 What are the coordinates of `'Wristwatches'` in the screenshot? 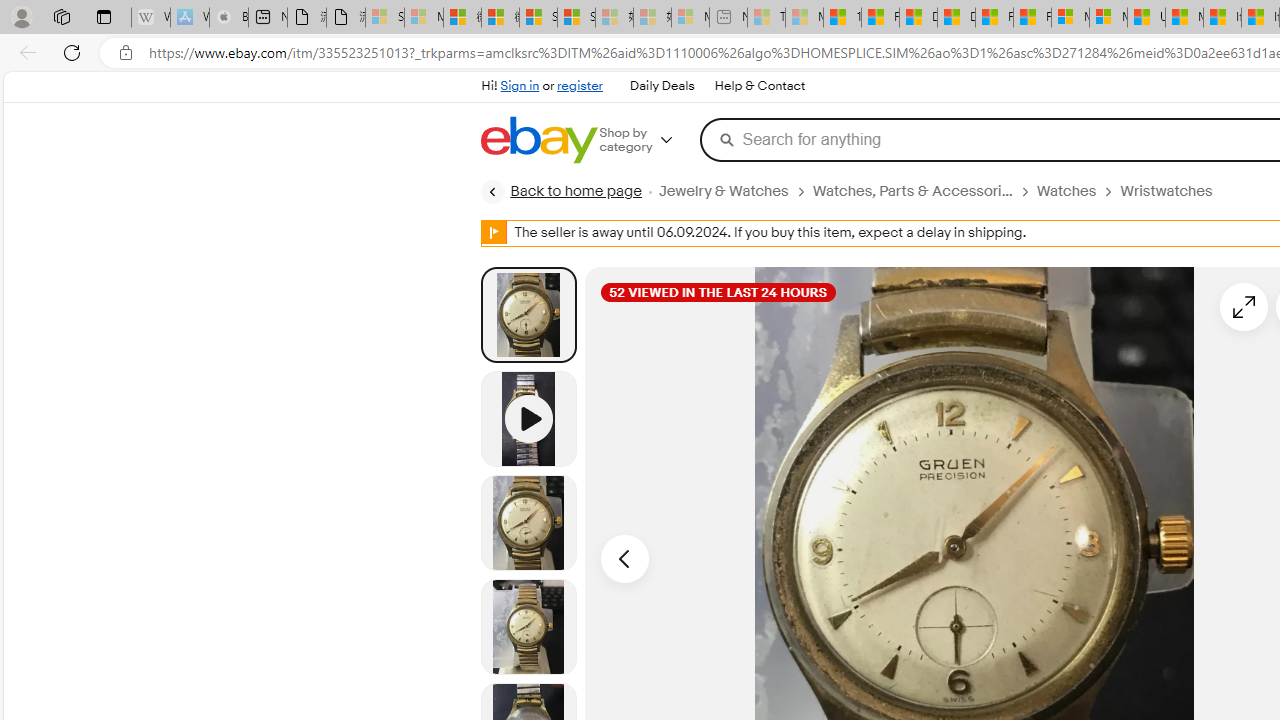 It's located at (1166, 191).